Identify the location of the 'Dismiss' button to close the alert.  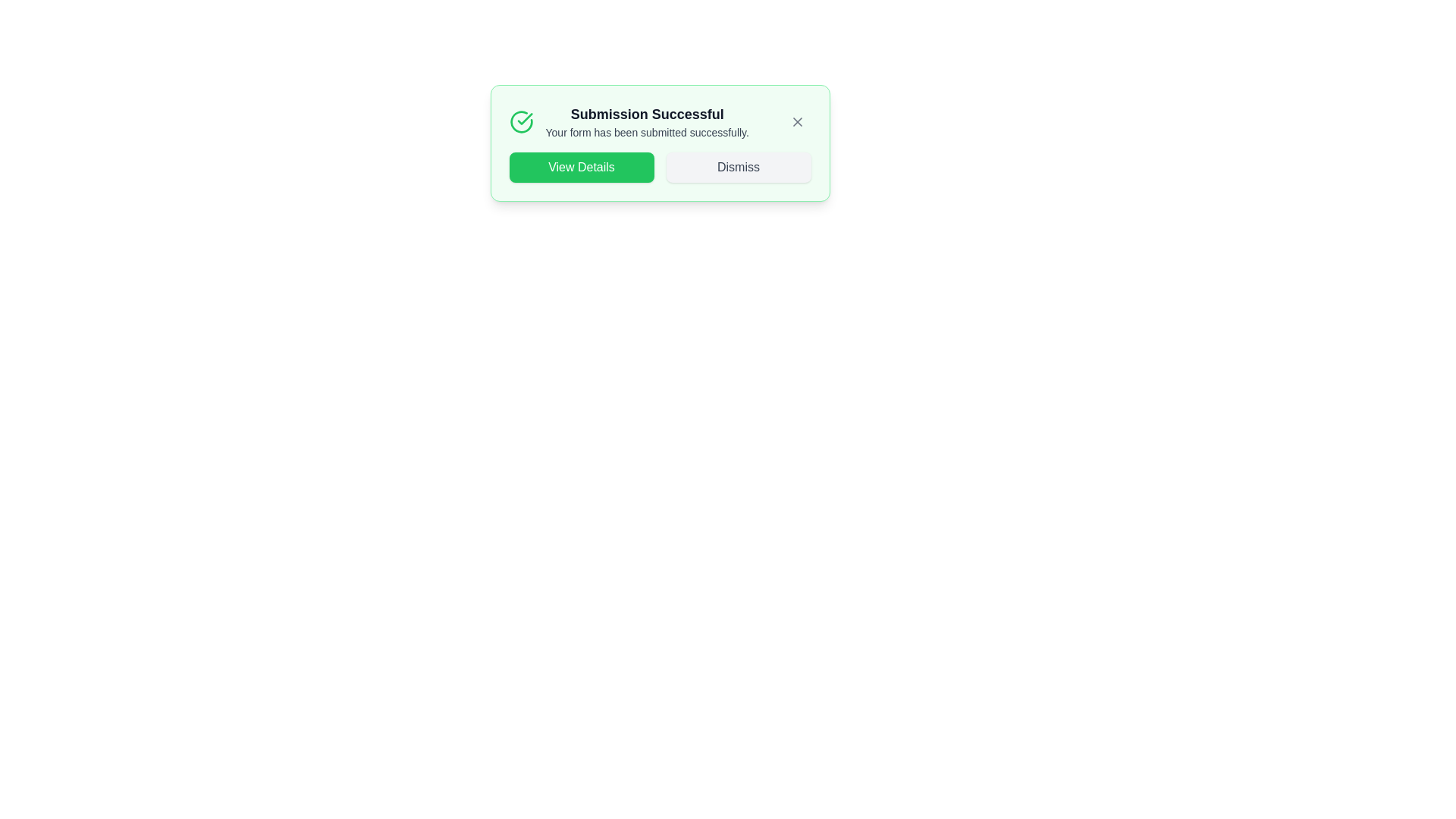
(739, 167).